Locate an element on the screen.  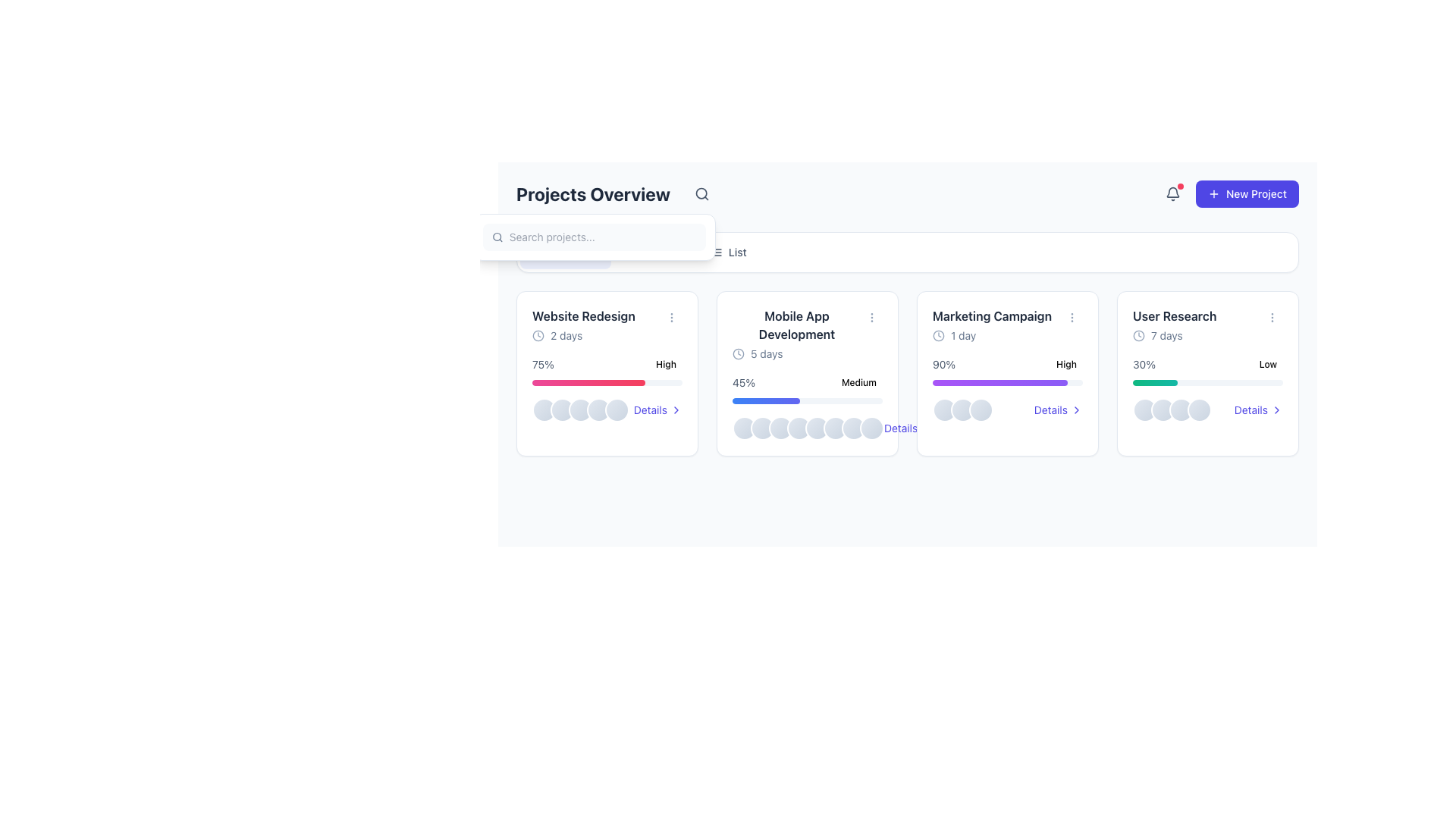
the 6th circular avatar indicator with a slate-colored gradient background and a white border is located at coordinates (835, 428).